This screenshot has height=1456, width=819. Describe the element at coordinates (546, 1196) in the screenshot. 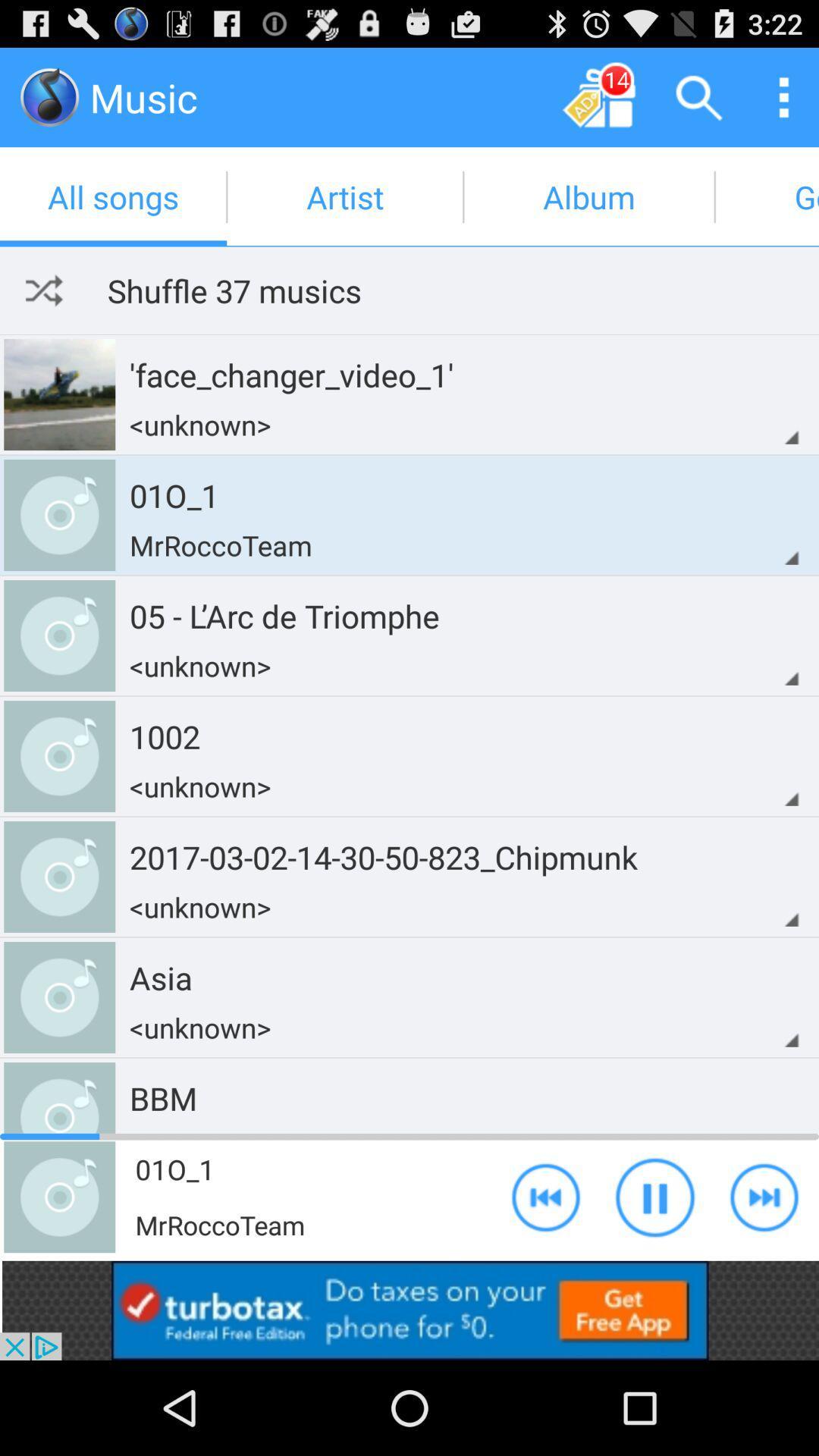

I see `rewind music` at that location.